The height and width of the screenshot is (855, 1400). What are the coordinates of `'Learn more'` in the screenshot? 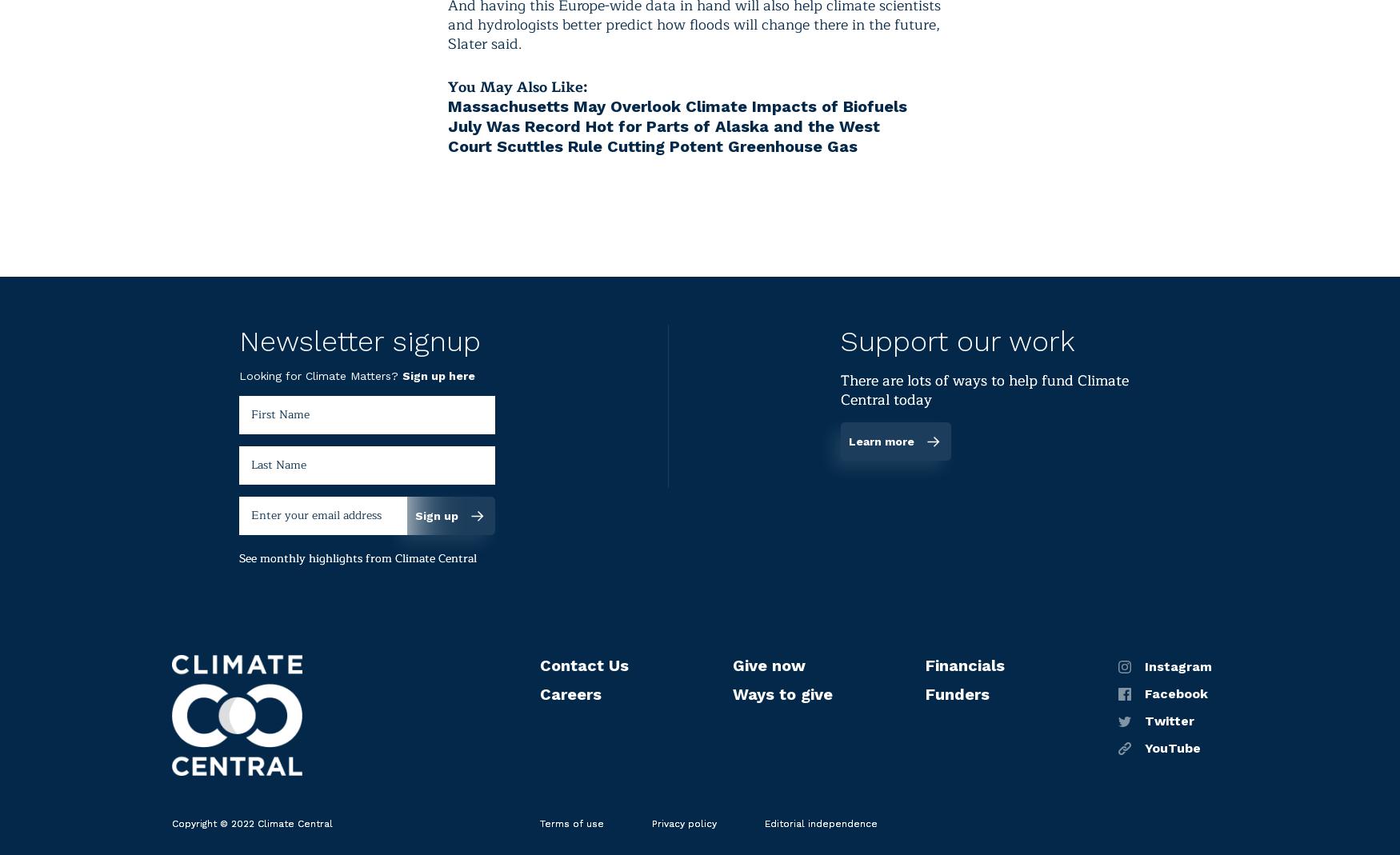 It's located at (881, 440).